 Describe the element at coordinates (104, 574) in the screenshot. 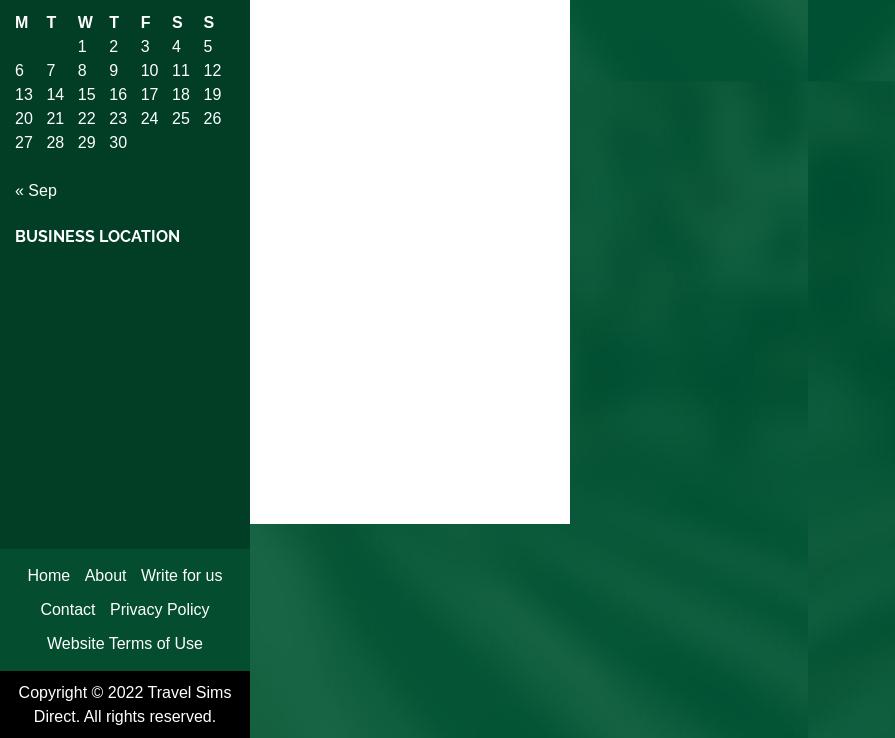

I see `'About'` at that location.